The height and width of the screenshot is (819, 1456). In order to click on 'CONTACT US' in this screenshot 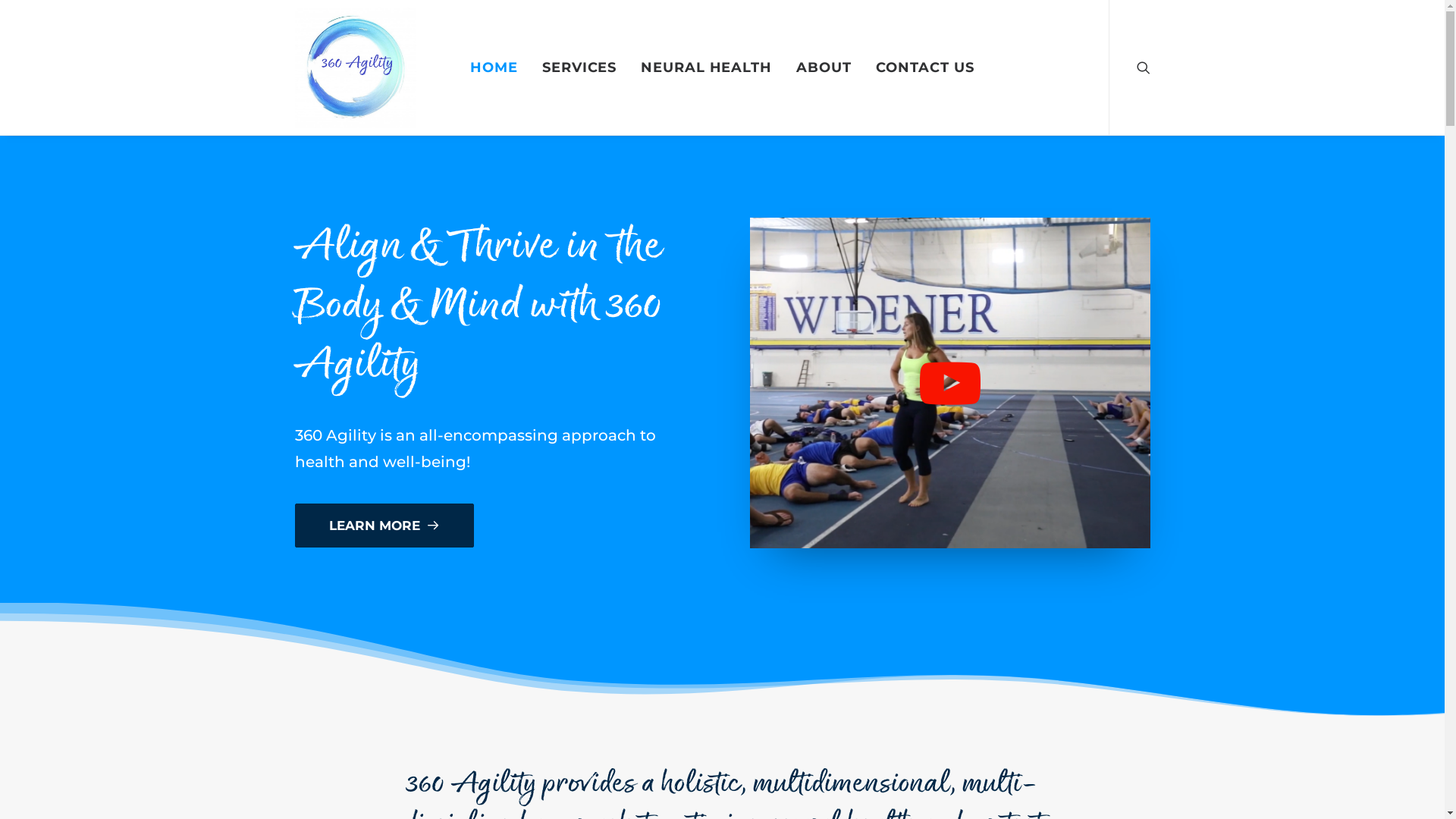, I will do `click(924, 66)`.